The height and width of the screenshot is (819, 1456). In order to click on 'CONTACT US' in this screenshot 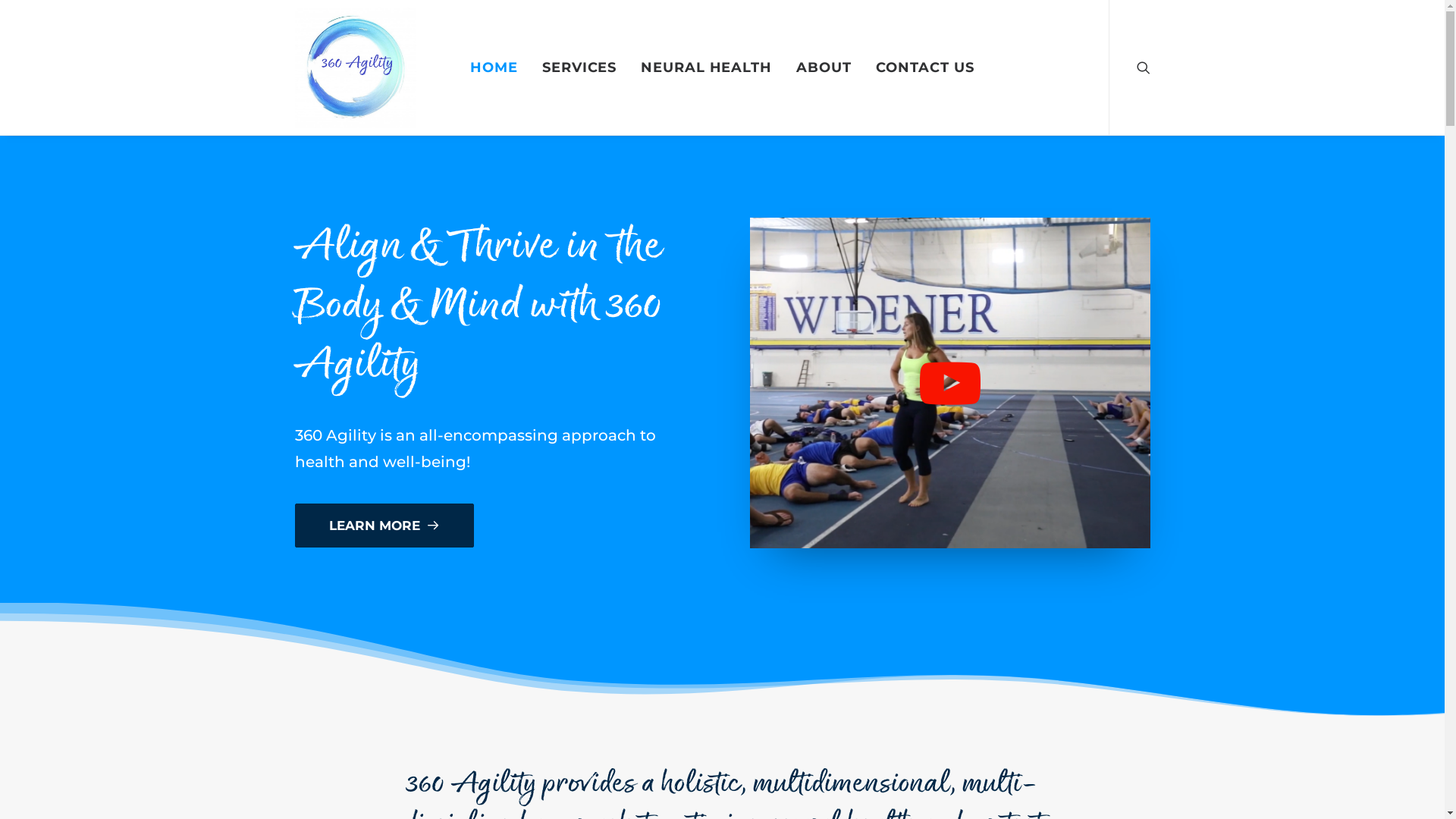, I will do `click(924, 66)`.